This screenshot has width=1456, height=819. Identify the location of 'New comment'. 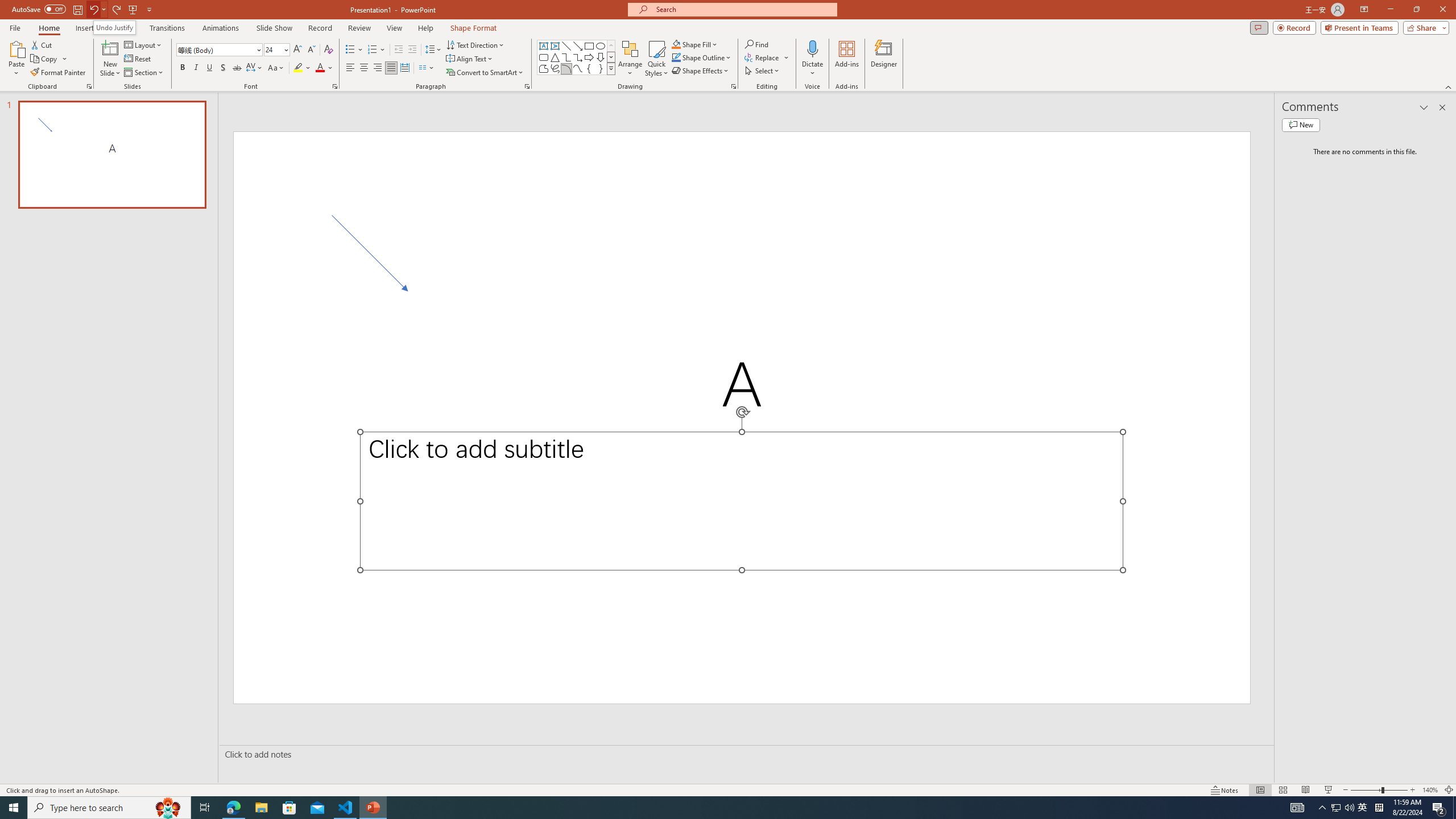
(1300, 124).